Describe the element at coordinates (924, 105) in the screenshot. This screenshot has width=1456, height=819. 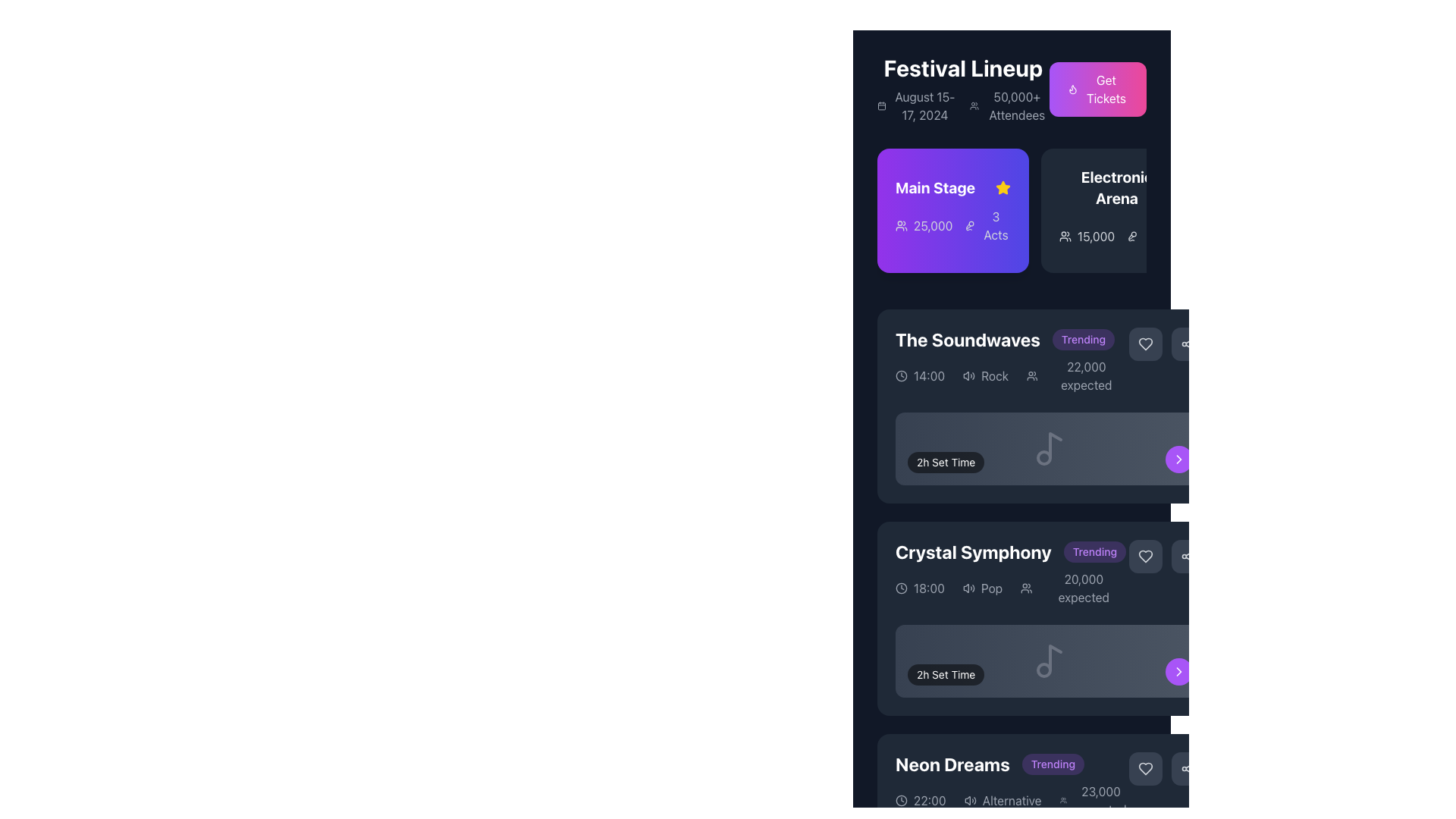
I see `the Text Label displaying 'August 15-17, 2024' which is located beneath the header 'Festival Lineup' in the top-left section of the panel` at that location.